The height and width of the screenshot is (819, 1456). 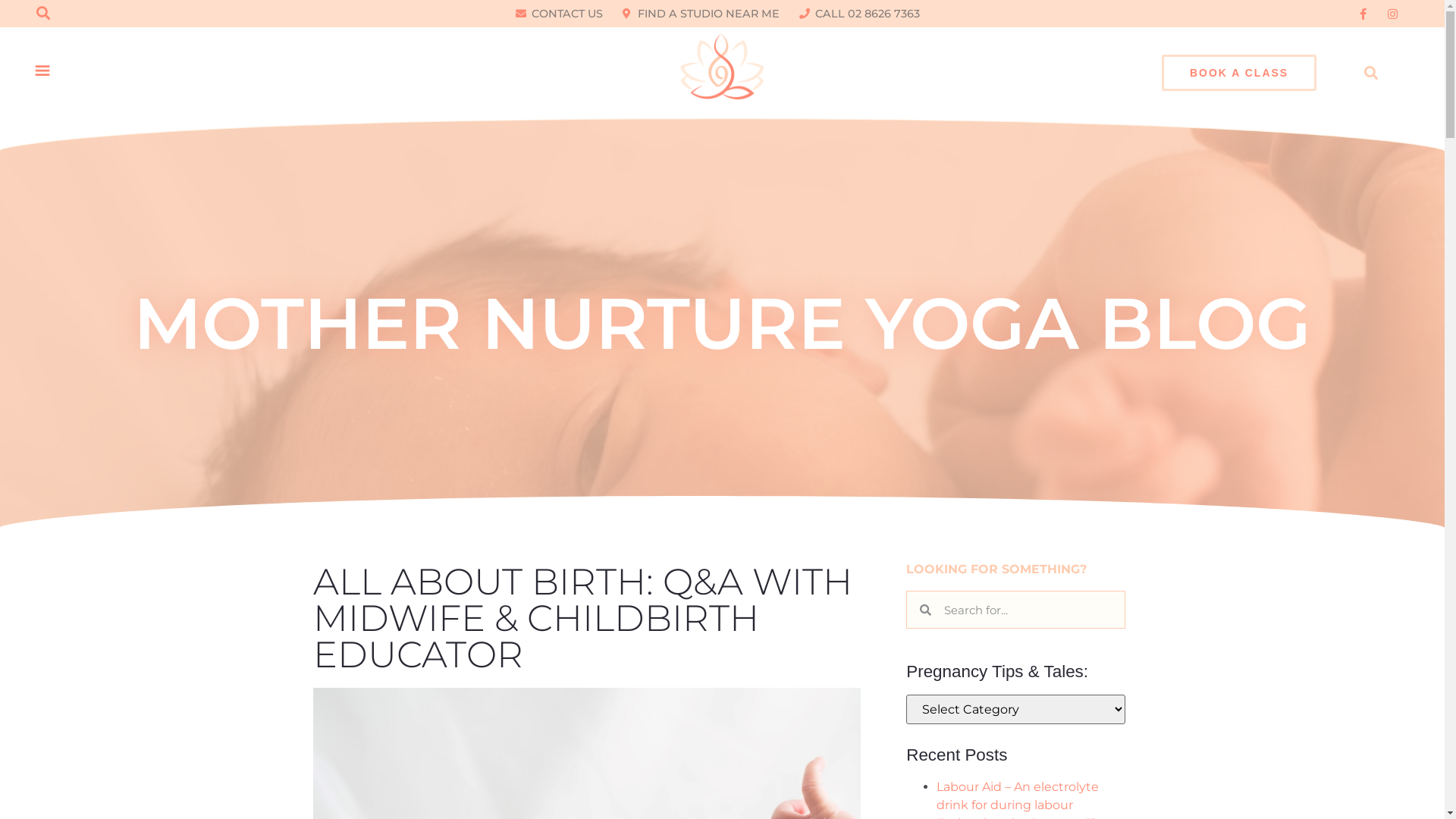 I want to click on 'CALL 02 8626 7363', so click(x=859, y=14).